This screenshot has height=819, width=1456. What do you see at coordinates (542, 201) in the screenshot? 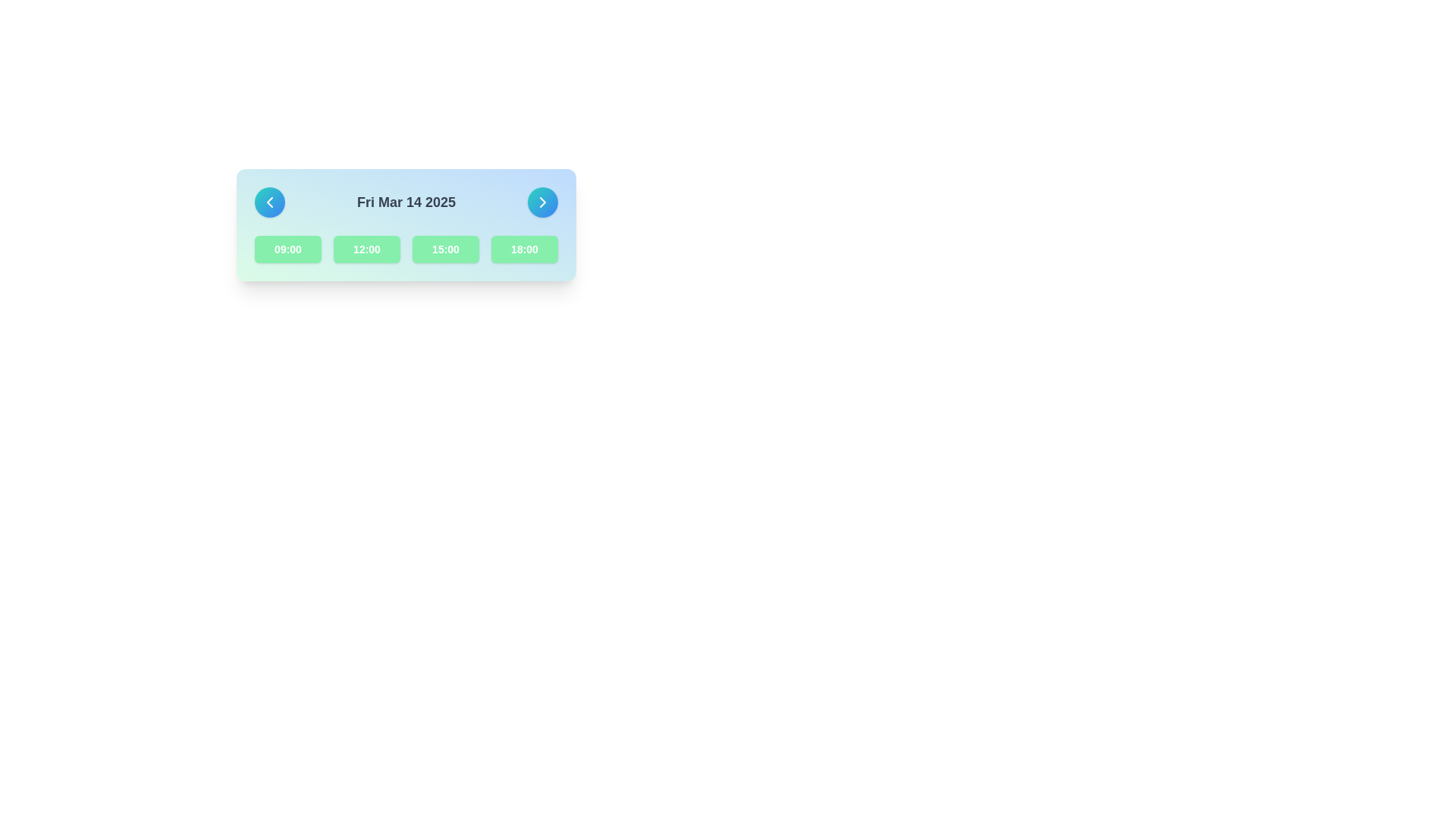
I see `the rightwards arrow icon located within a circular background on the right side of the navigation bar` at bounding box center [542, 201].